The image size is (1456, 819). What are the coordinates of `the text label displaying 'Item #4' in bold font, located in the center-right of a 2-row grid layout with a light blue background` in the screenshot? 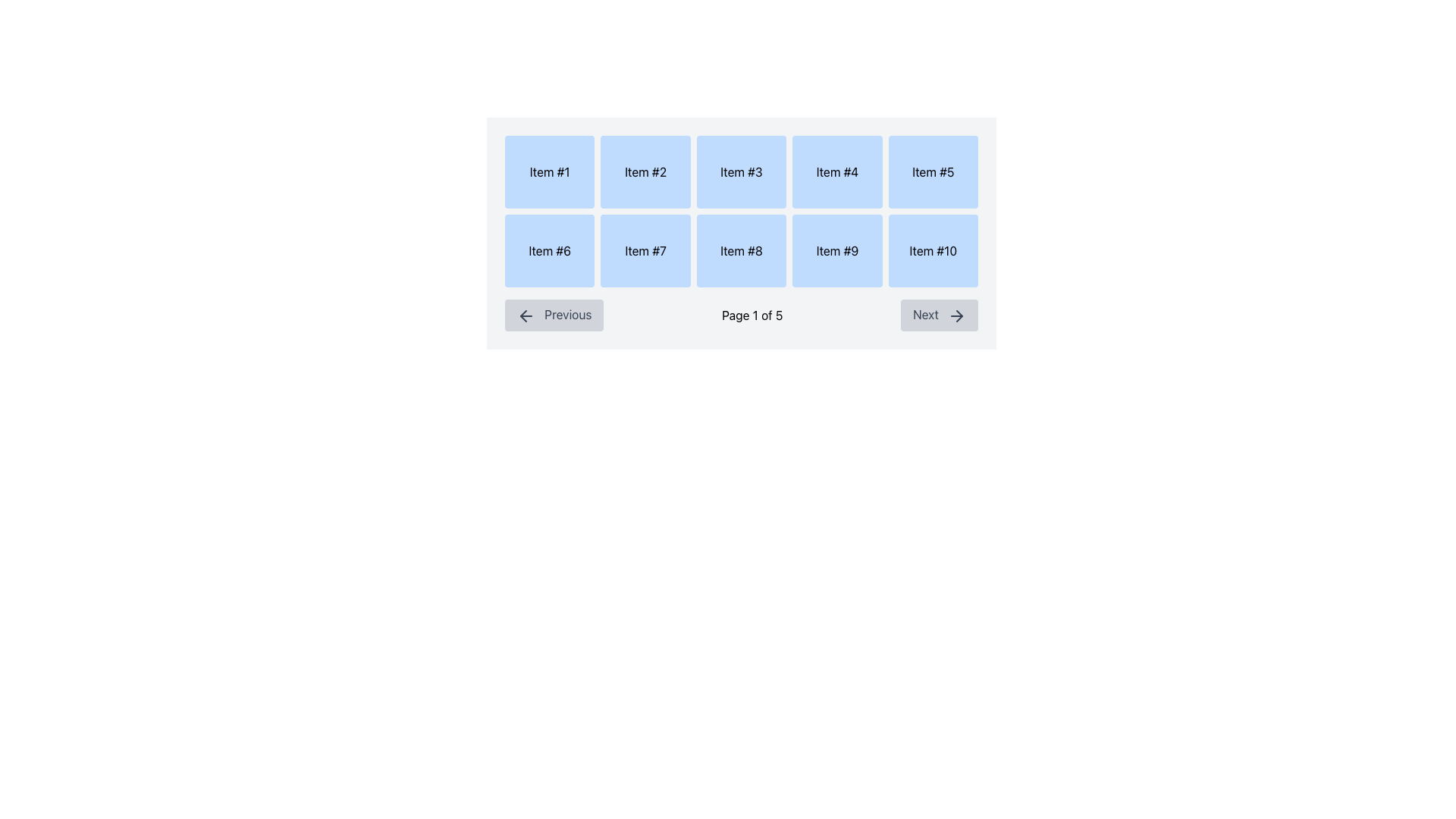 It's located at (836, 171).